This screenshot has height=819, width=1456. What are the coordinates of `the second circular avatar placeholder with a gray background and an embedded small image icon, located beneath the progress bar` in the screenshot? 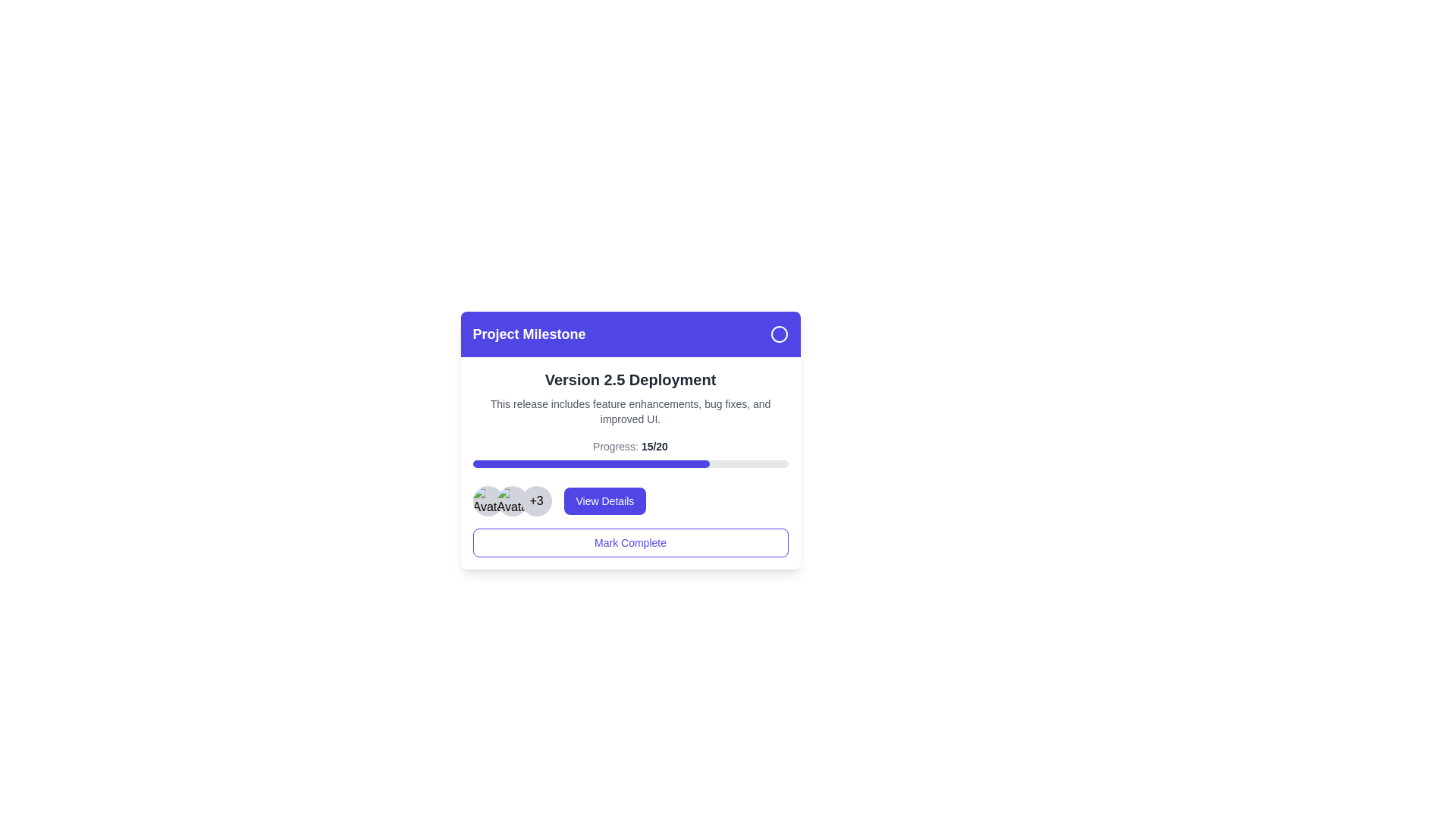 It's located at (512, 500).